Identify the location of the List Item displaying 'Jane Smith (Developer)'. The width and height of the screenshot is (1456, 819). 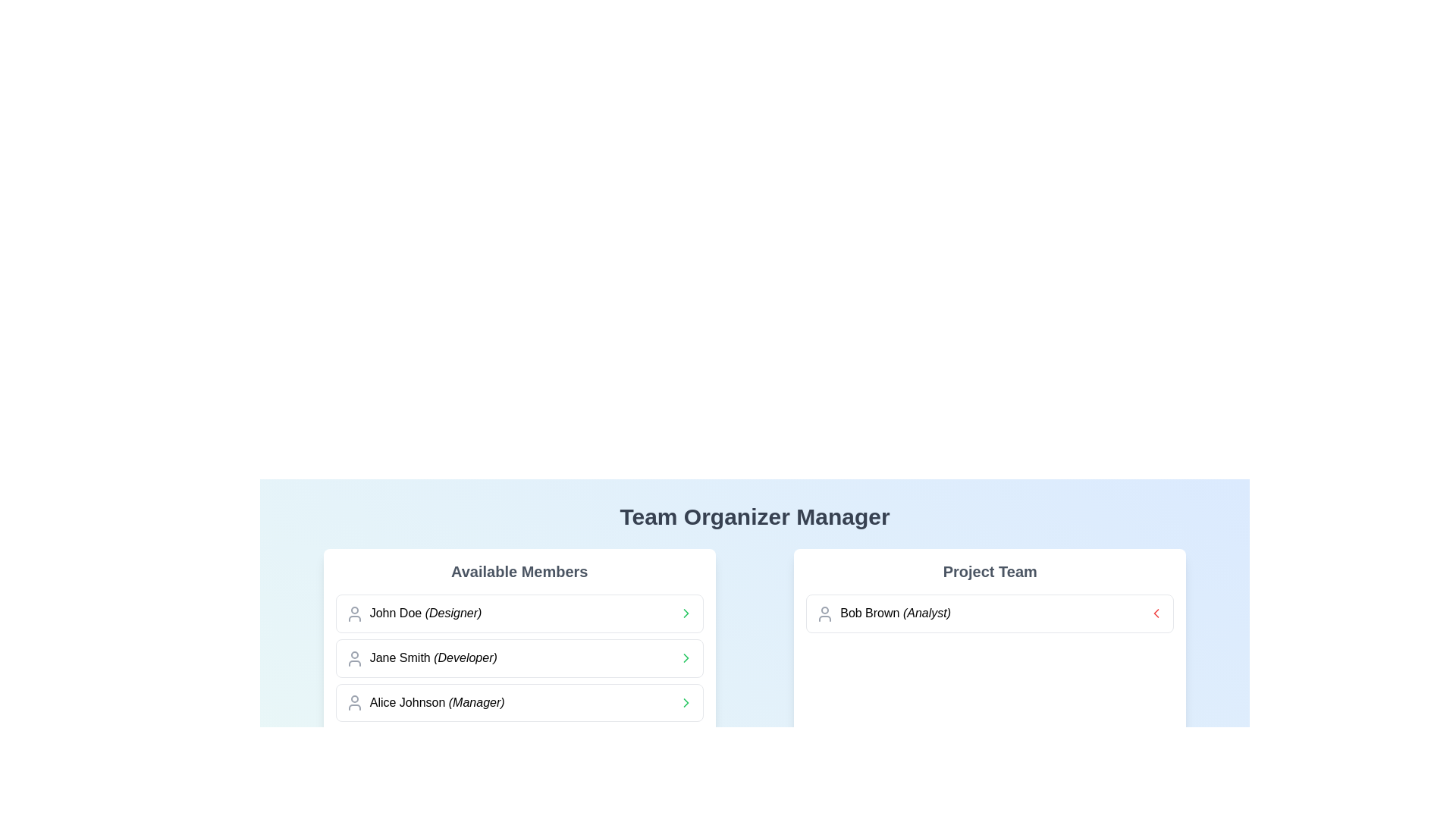
(519, 657).